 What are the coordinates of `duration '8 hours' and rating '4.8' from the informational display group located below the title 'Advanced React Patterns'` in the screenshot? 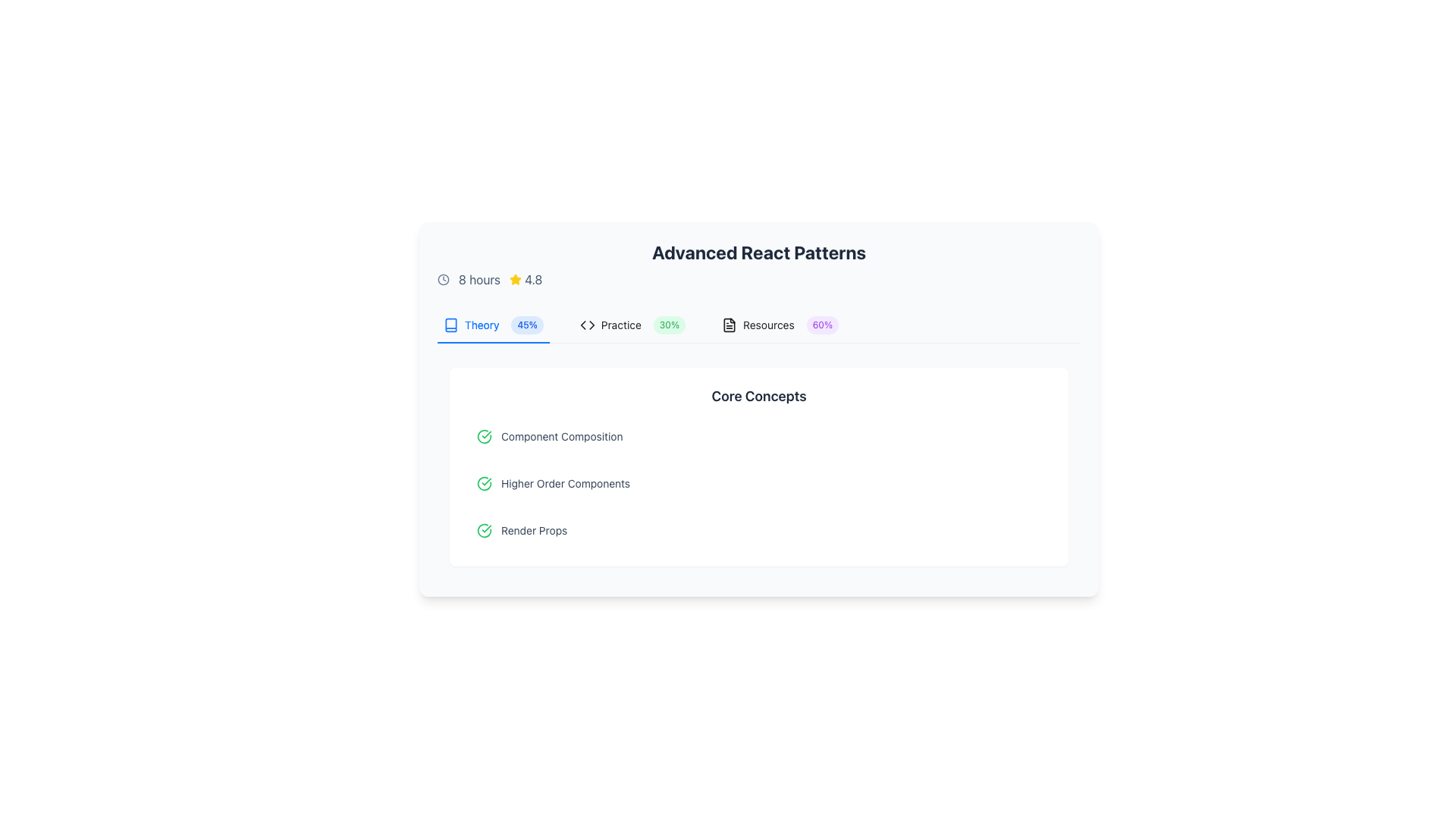 It's located at (759, 280).